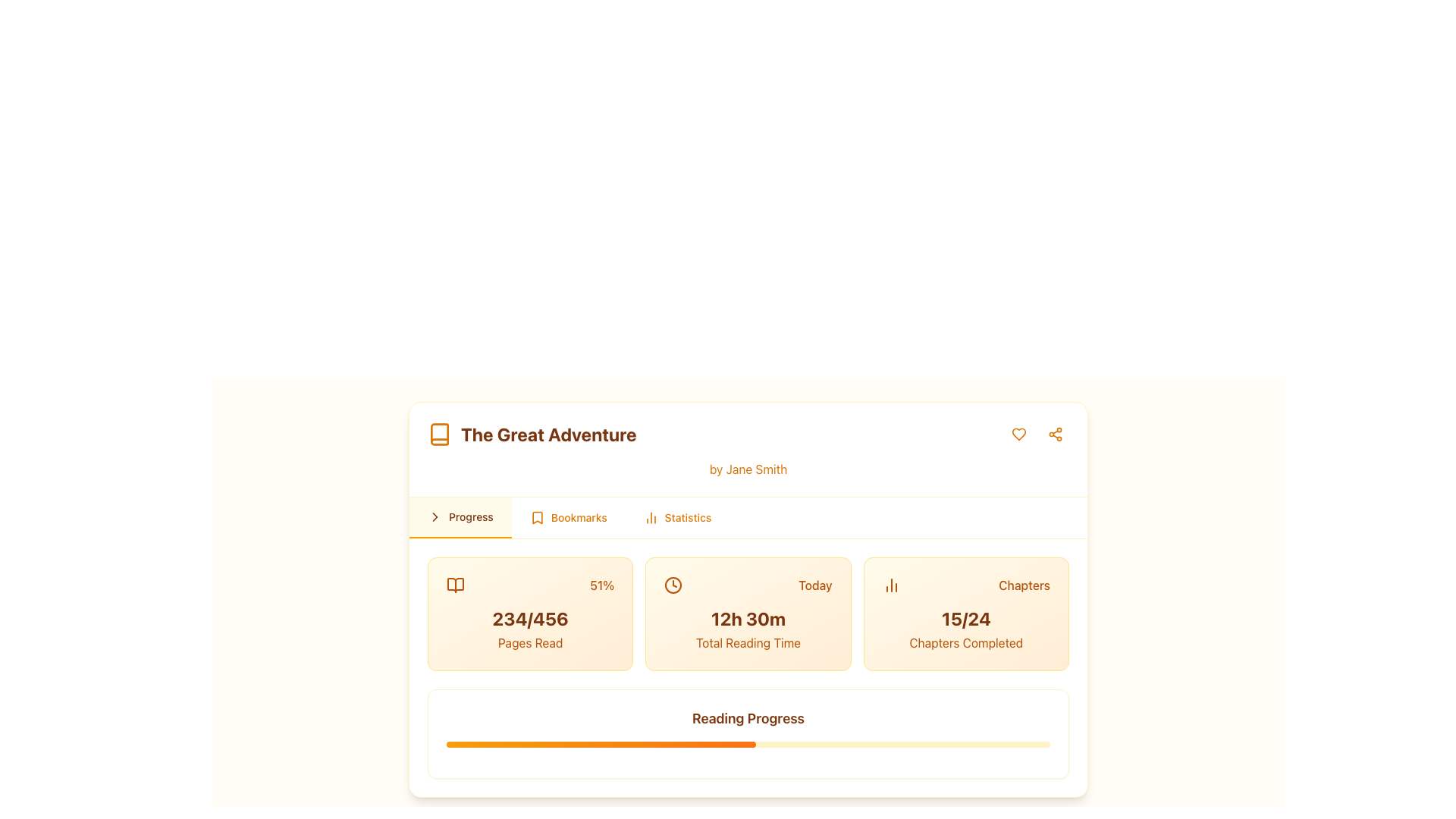 This screenshot has width=1456, height=819. What do you see at coordinates (748, 667) in the screenshot?
I see `total reading time displayed on the Informational Card, positioned in the middle column of the layout` at bounding box center [748, 667].